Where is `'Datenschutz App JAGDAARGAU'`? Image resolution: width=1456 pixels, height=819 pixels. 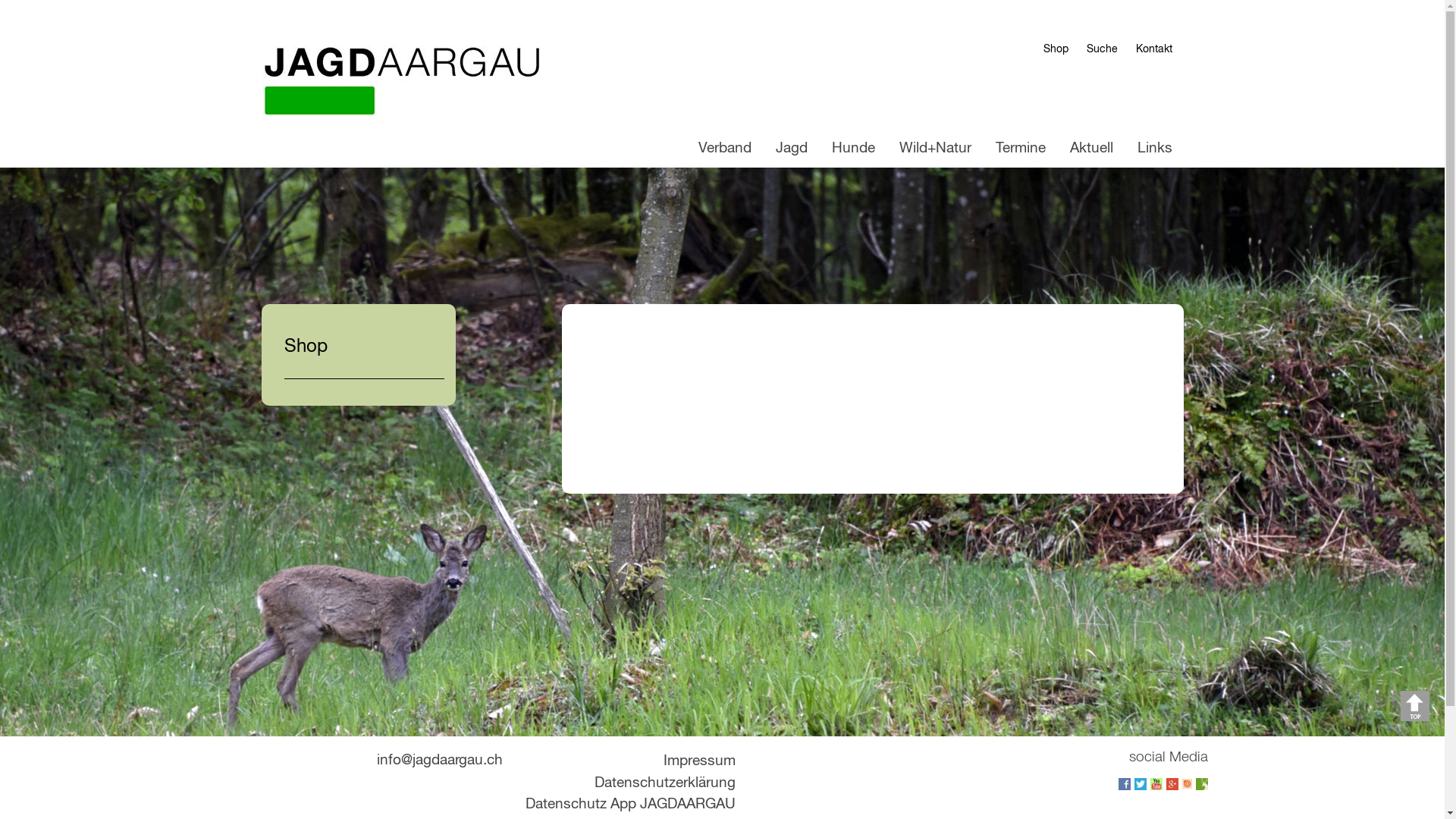
'Datenschutz App JAGDAARGAU' is located at coordinates (629, 803).